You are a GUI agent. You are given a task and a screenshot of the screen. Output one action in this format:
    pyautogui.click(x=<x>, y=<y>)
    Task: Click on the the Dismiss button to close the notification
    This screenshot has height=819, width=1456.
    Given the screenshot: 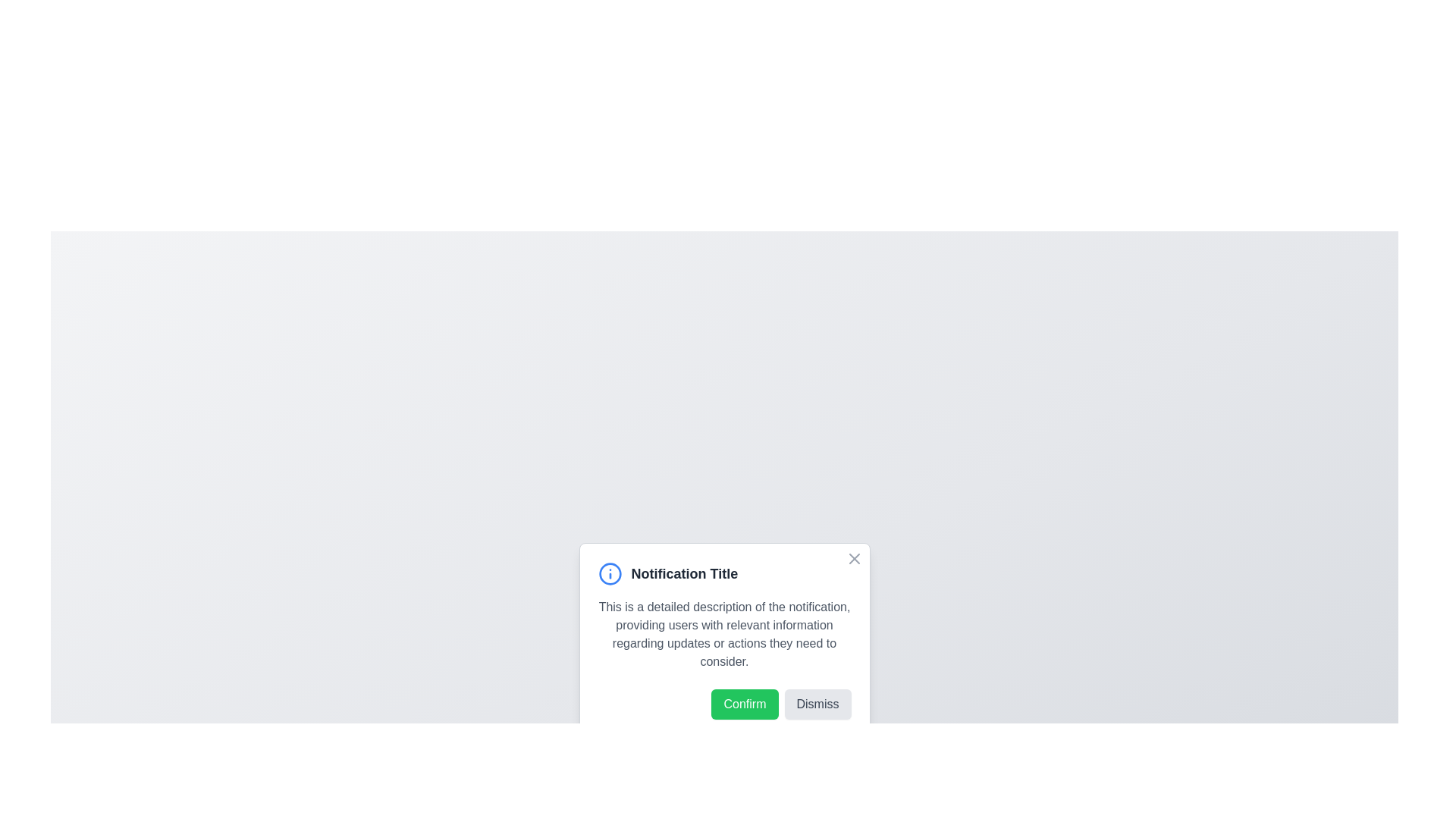 What is the action you would take?
    pyautogui.click(x=817, y=704)
    